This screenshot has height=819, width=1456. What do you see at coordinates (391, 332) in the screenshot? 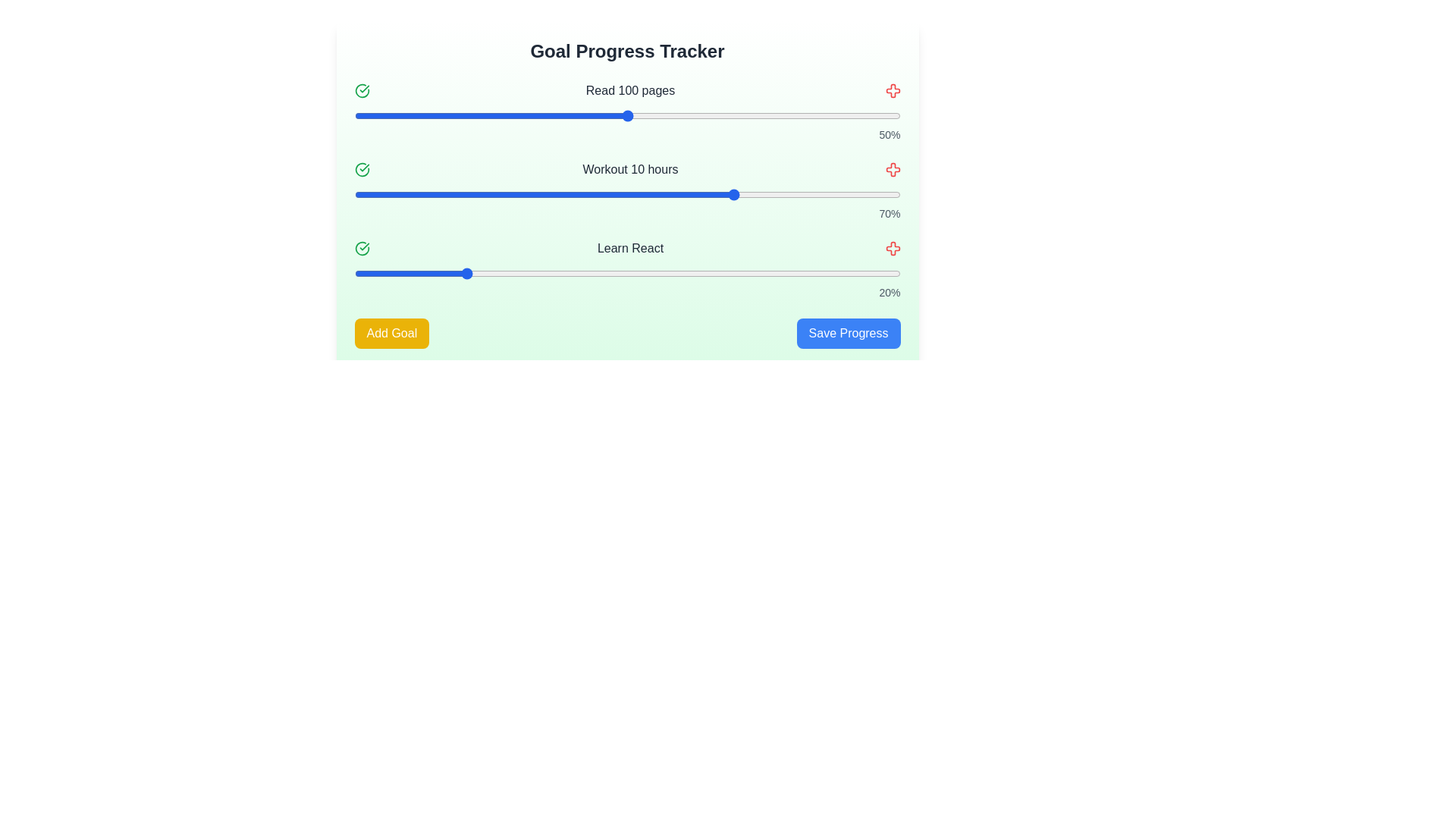
I see `the 'Add Goal' button` at bounding box center [391, 332].